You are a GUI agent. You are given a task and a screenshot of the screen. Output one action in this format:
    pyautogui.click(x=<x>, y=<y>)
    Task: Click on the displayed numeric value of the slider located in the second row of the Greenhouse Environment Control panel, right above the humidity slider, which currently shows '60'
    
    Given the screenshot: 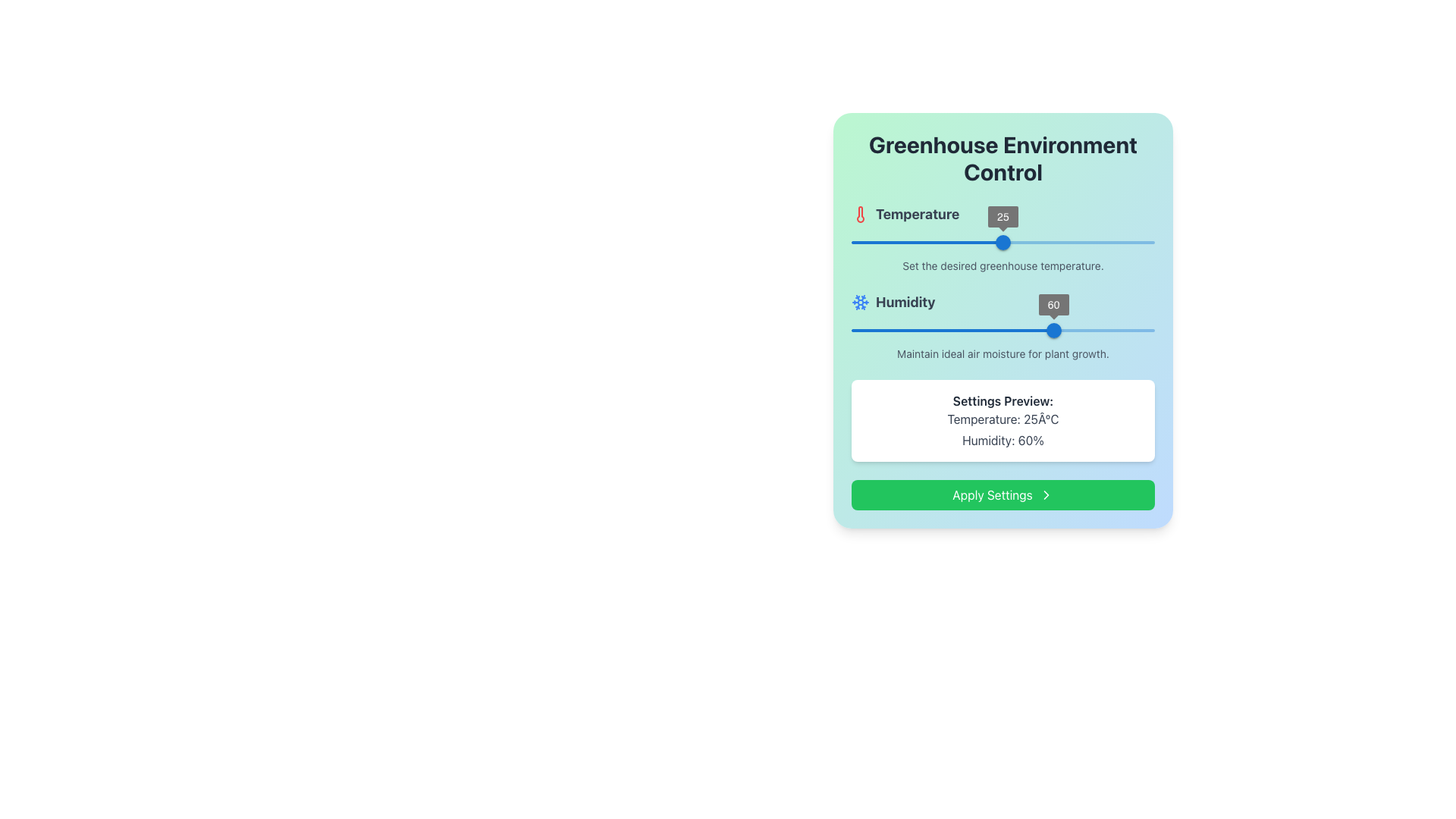 What is the action you would take?
    pyautogui.click(x=1053, y=304)
    